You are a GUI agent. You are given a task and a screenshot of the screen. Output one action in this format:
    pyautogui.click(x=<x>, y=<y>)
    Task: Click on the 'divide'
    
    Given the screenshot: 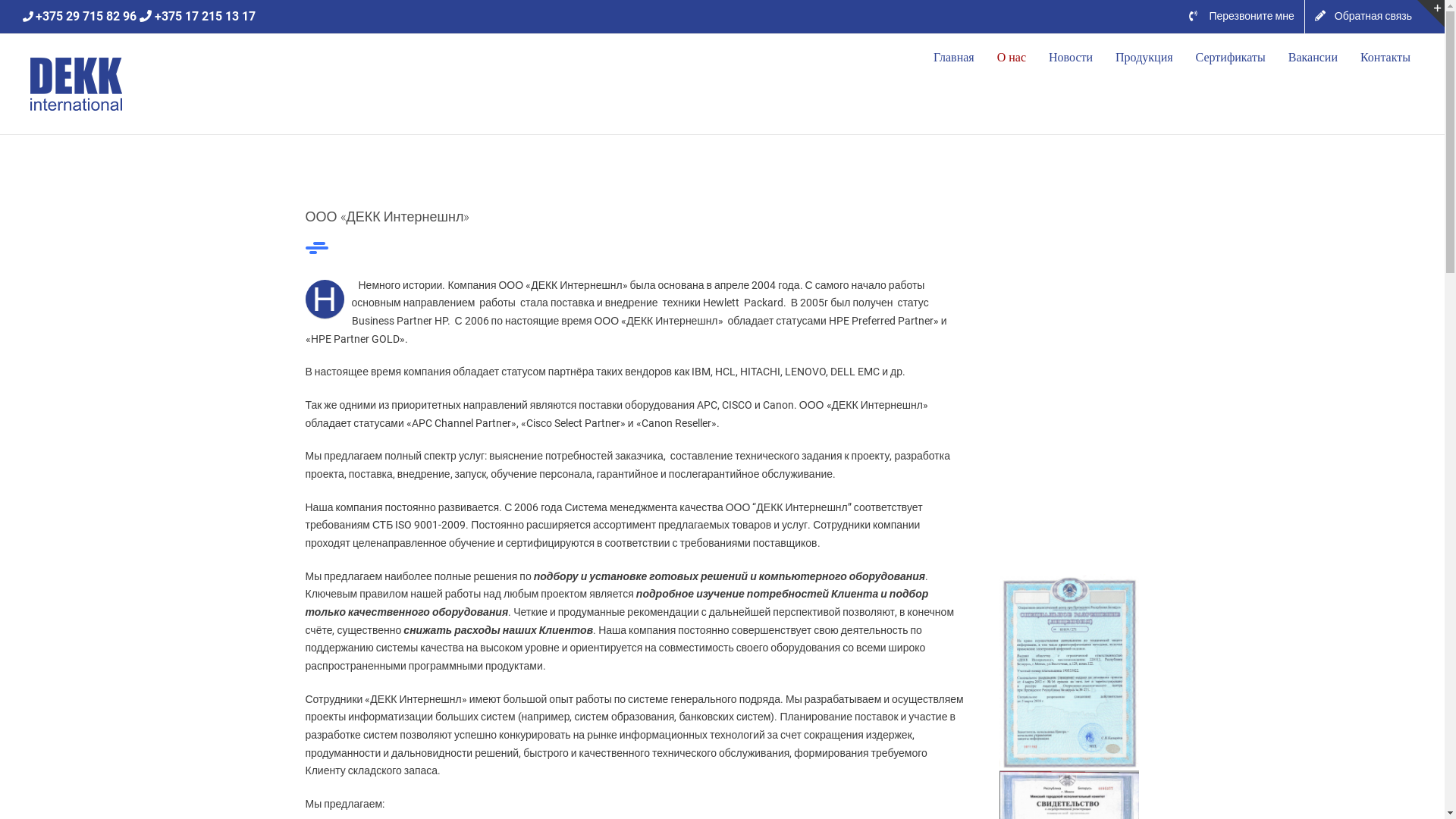 What is the action you would take?
    pyautogui.click(x=315, y=247)
    